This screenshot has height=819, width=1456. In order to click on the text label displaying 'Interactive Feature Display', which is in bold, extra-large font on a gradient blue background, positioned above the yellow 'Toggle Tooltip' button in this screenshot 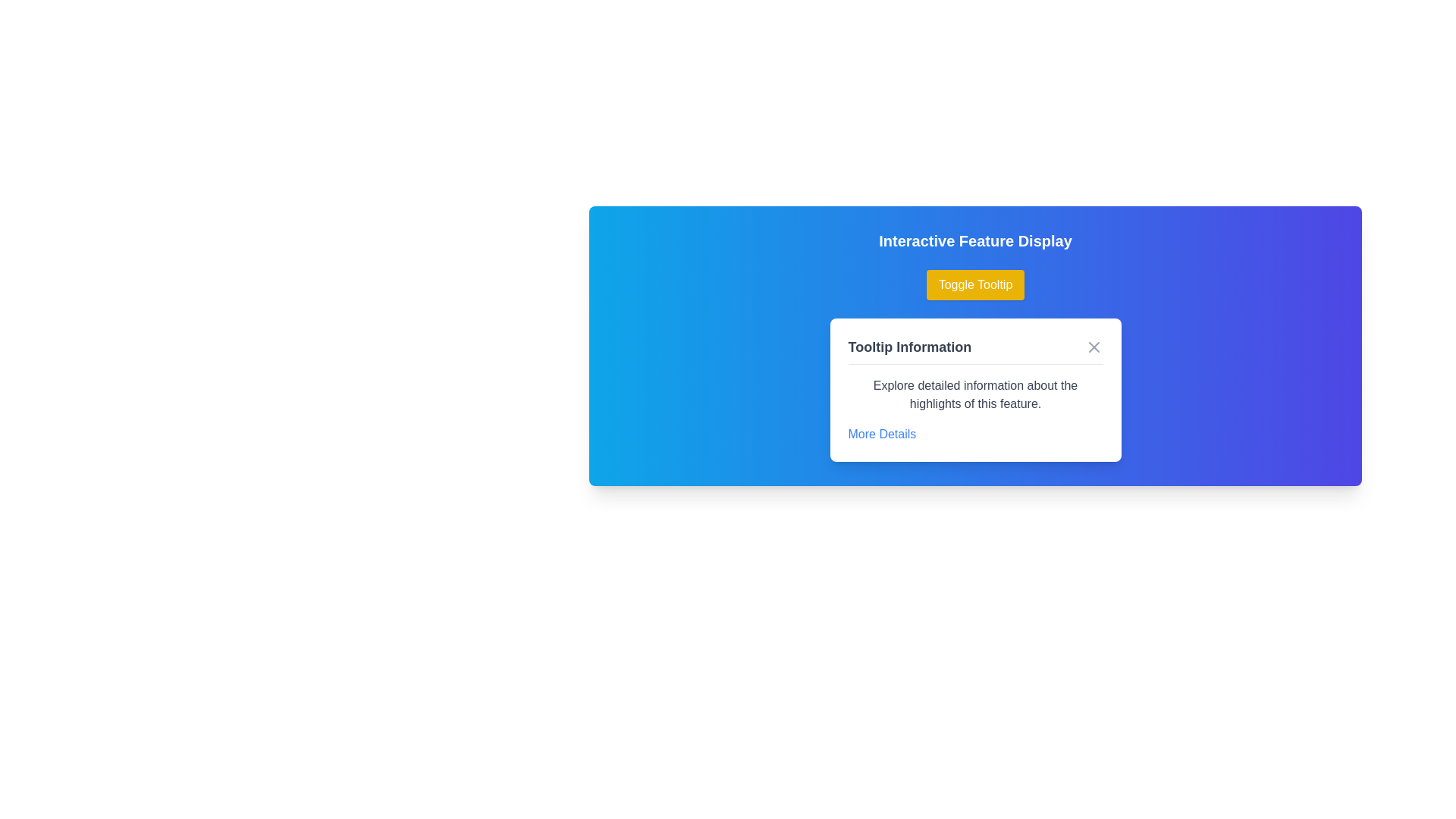, I will do `click(975, 240)`.